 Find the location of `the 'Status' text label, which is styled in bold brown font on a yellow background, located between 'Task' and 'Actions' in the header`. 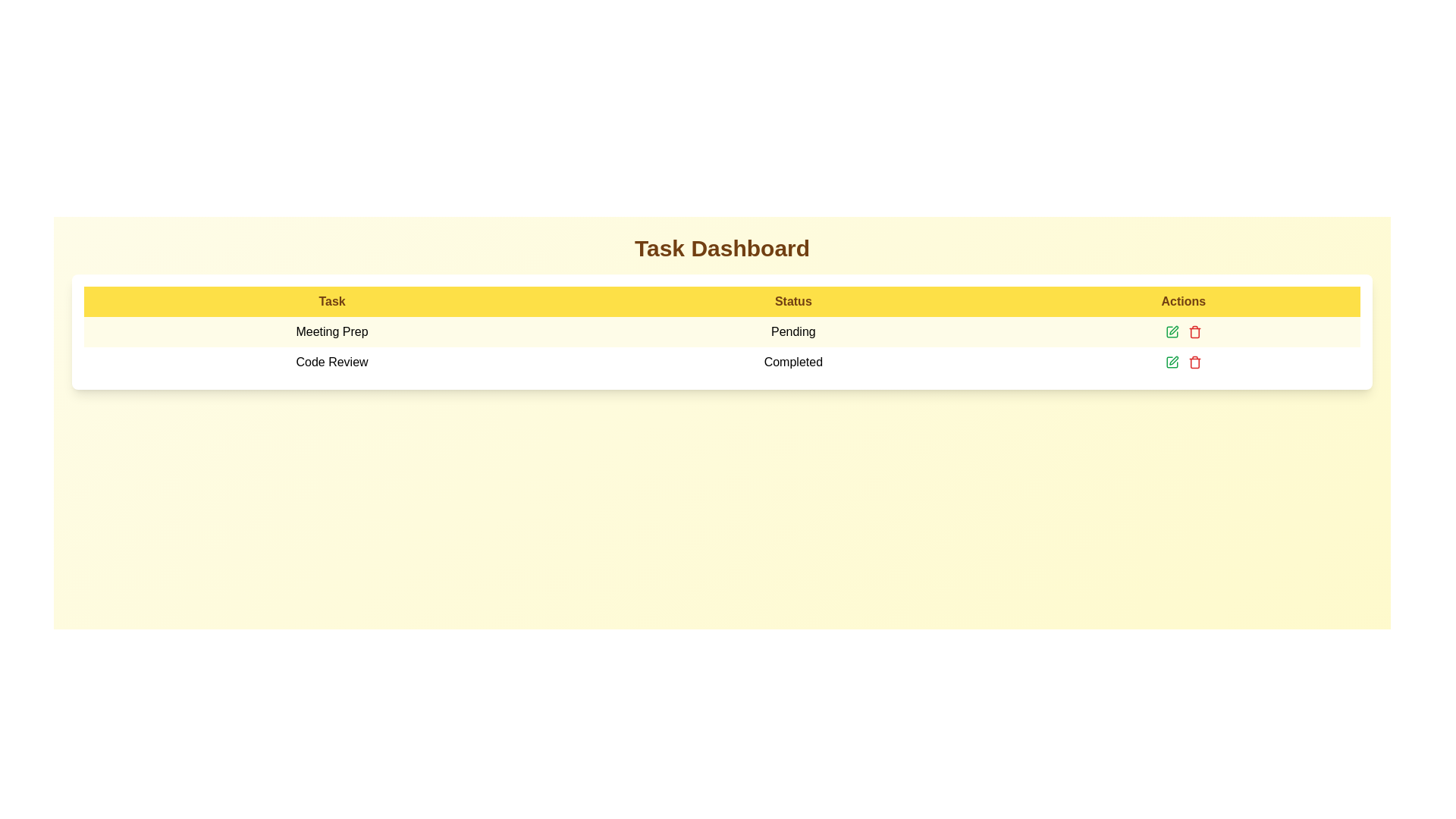

the 'Status' text label, which is styled in bold brown font on a yellow background, located between 'Task' and 'Actions' in the header is located at coordinates (792, 301).